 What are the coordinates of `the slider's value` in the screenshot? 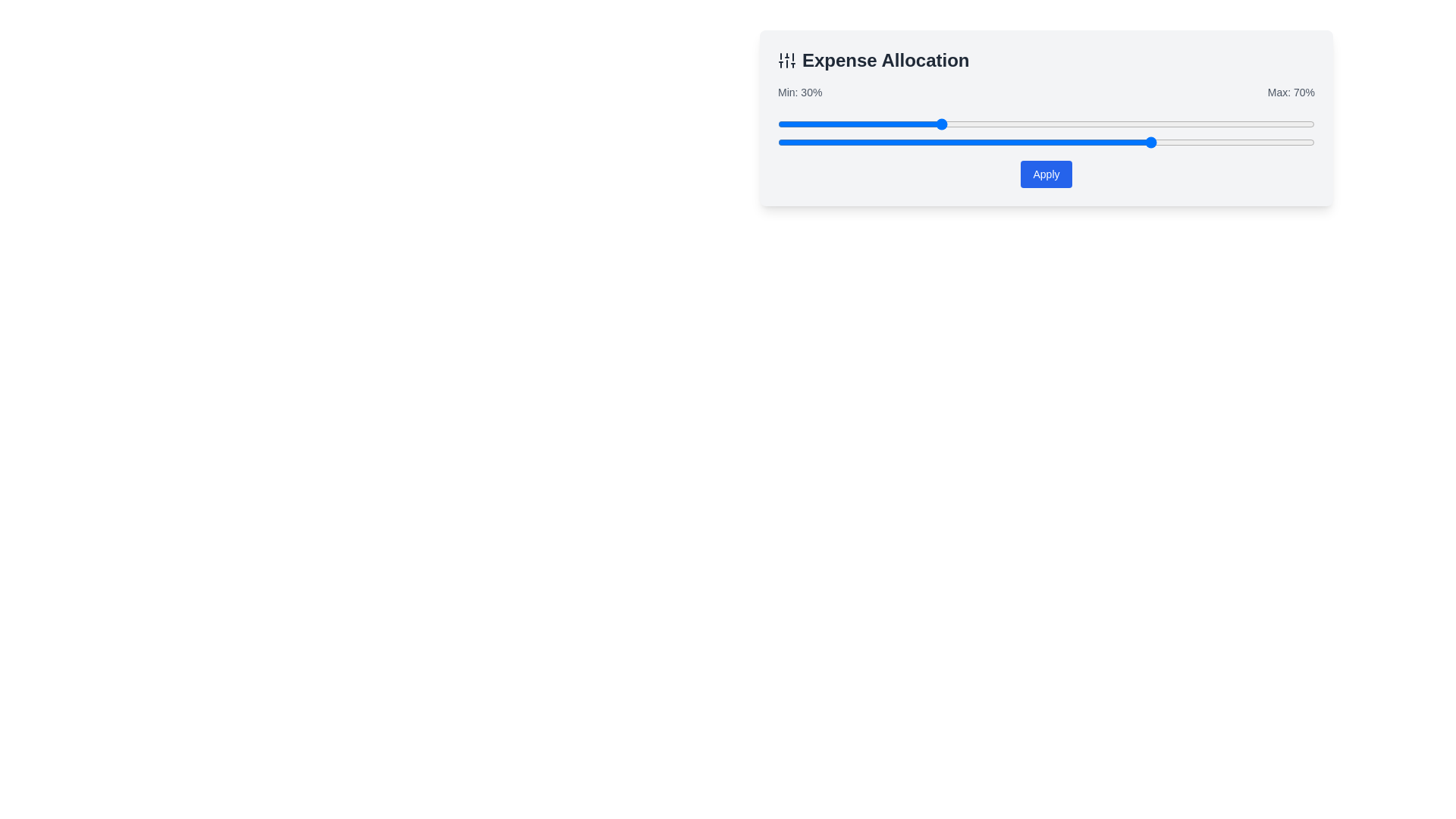 It's located at (830, 143).